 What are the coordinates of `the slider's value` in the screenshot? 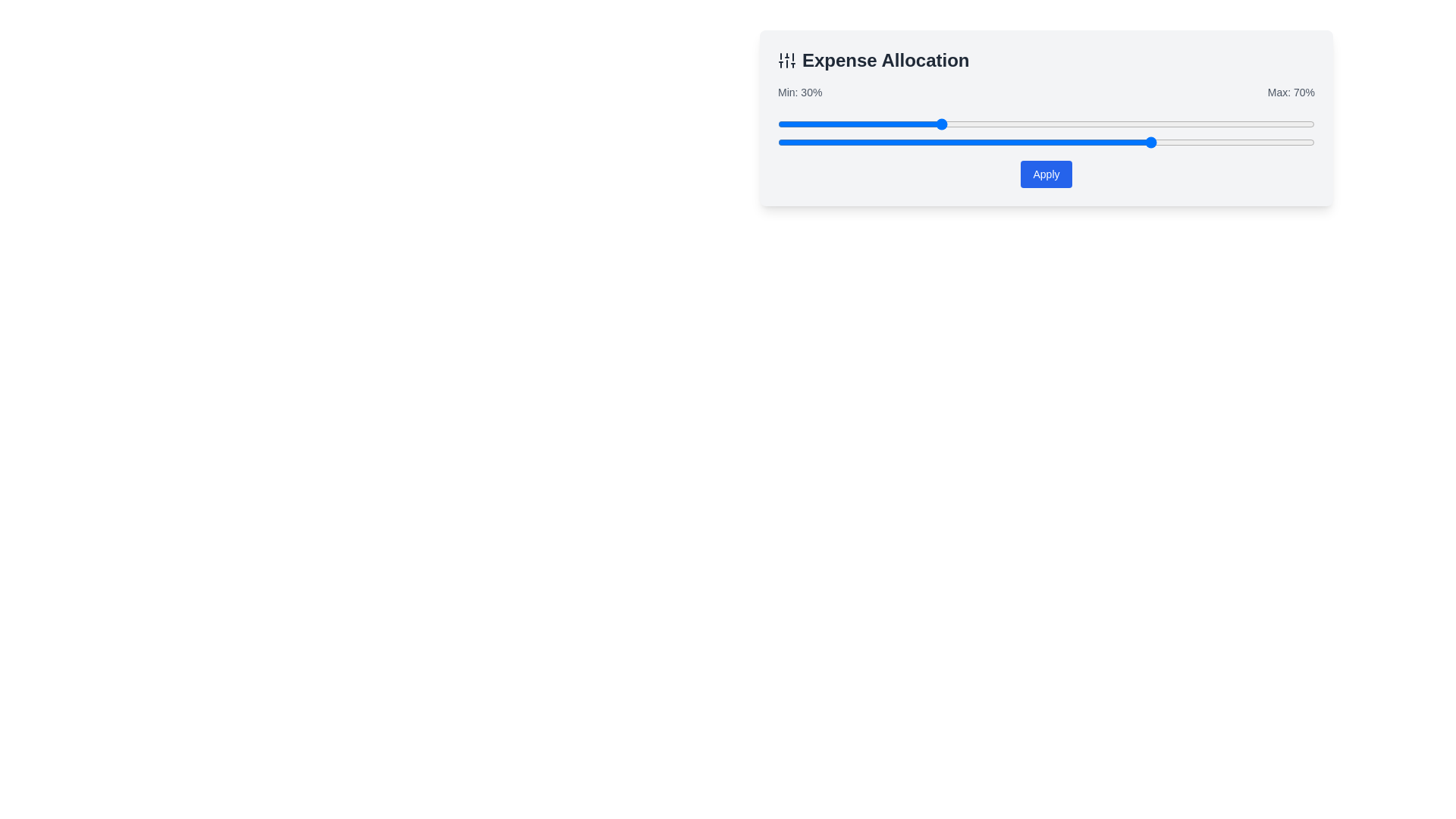 It's located at (830, 143).